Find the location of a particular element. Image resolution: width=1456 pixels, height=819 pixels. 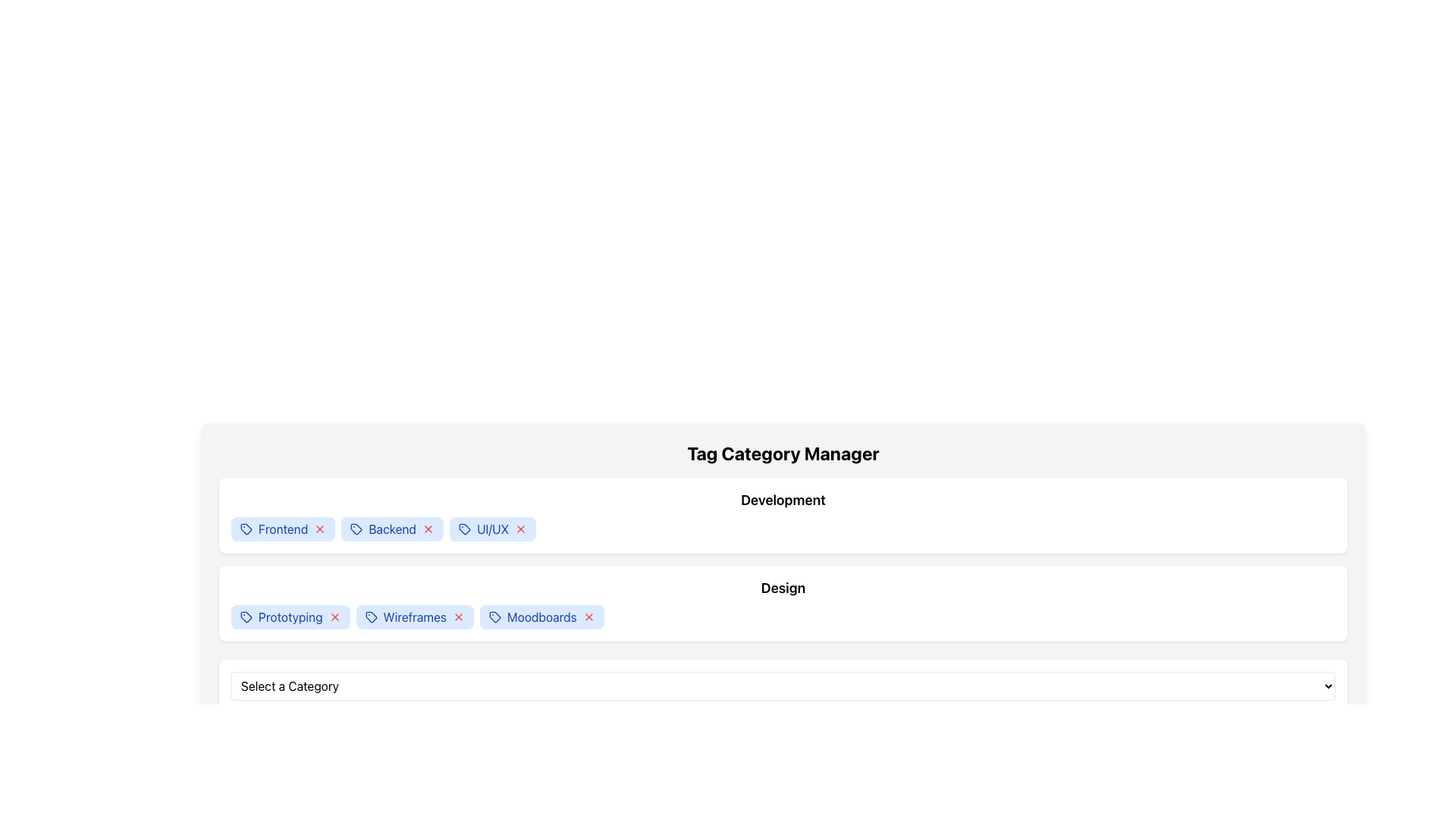

the Icon button located to the right of the 'Moodboards' text within the rounded blue tag is located at coordinates (588, 617).